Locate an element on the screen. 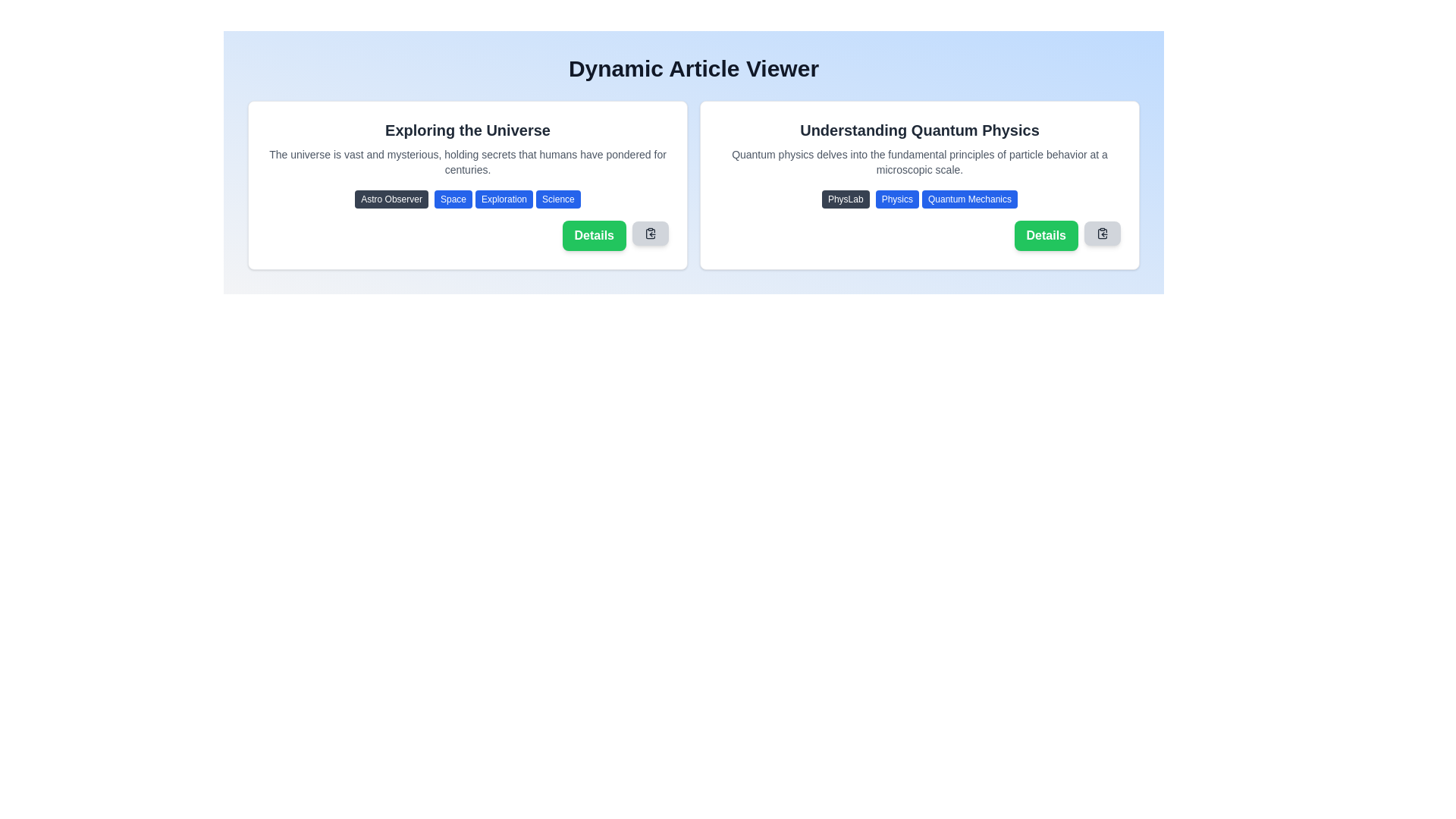  the 'Science' button, which is a small rectangular button with rounded corners, blue background, and white bold text, located under the heading 'Exploring the Universe' is located at coordinates (557, 198).